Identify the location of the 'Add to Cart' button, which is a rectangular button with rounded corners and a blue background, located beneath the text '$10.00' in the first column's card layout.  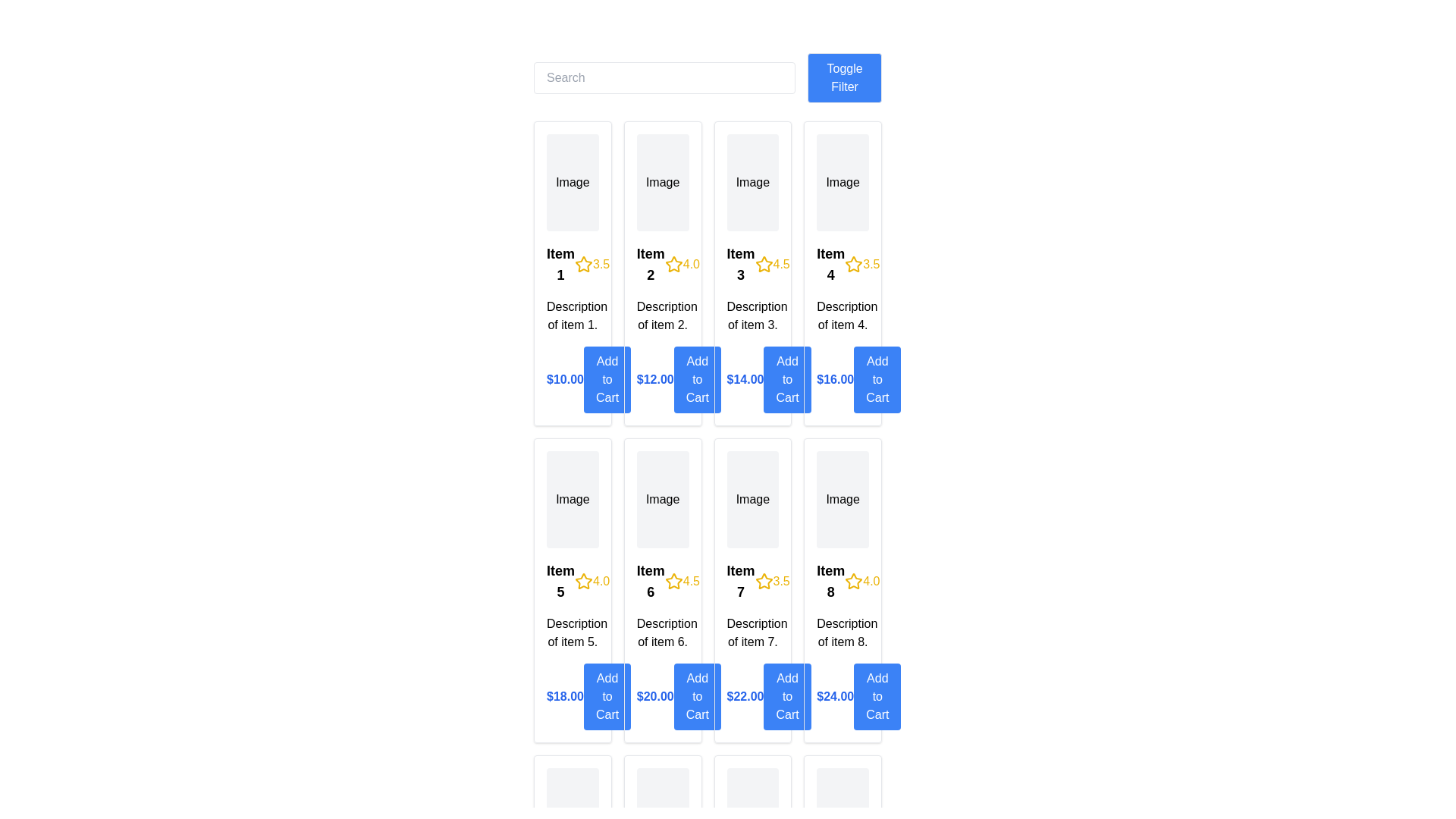
(607, 379).